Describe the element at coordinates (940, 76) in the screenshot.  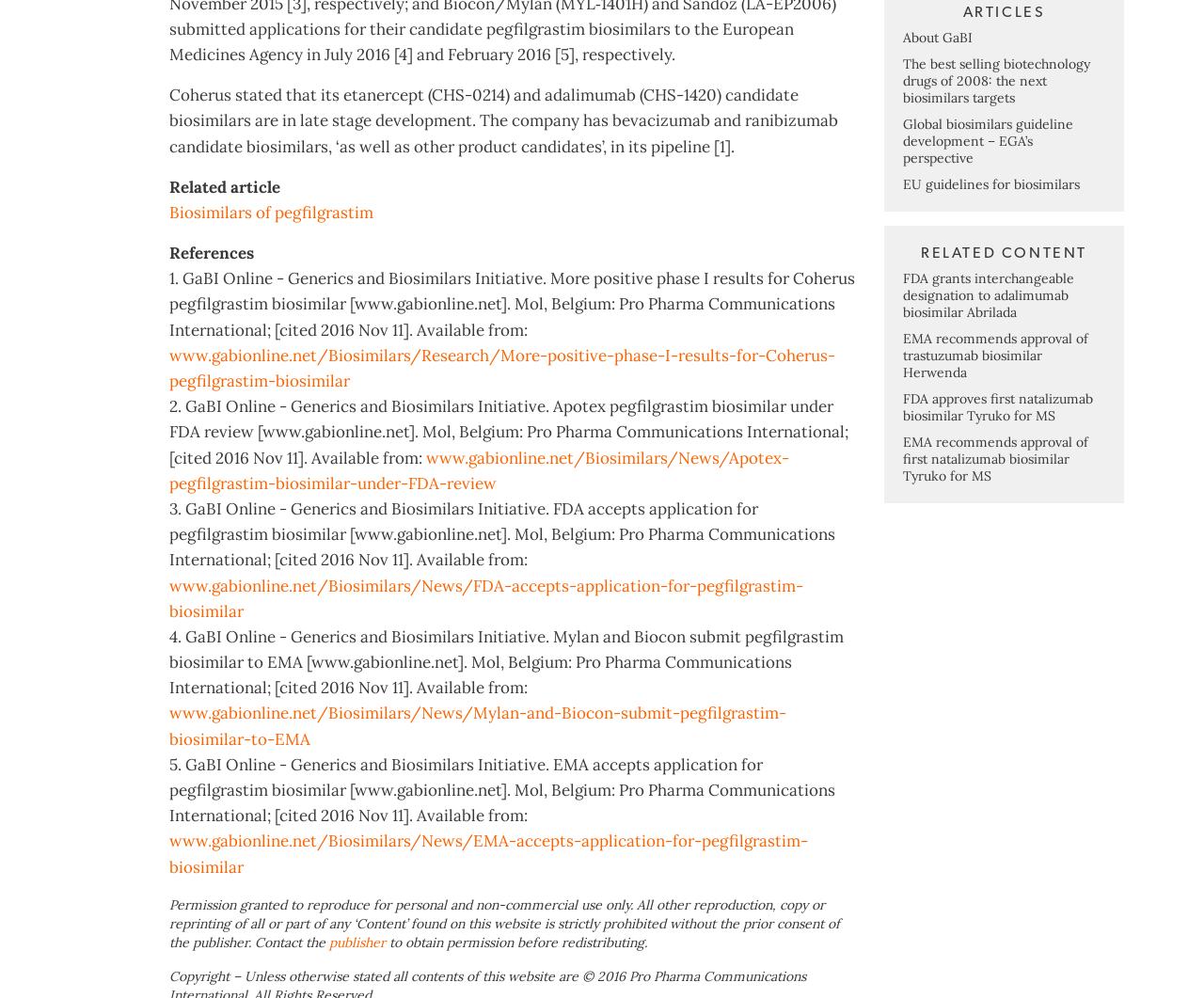
I see `'Most viewed articles'` at that location.